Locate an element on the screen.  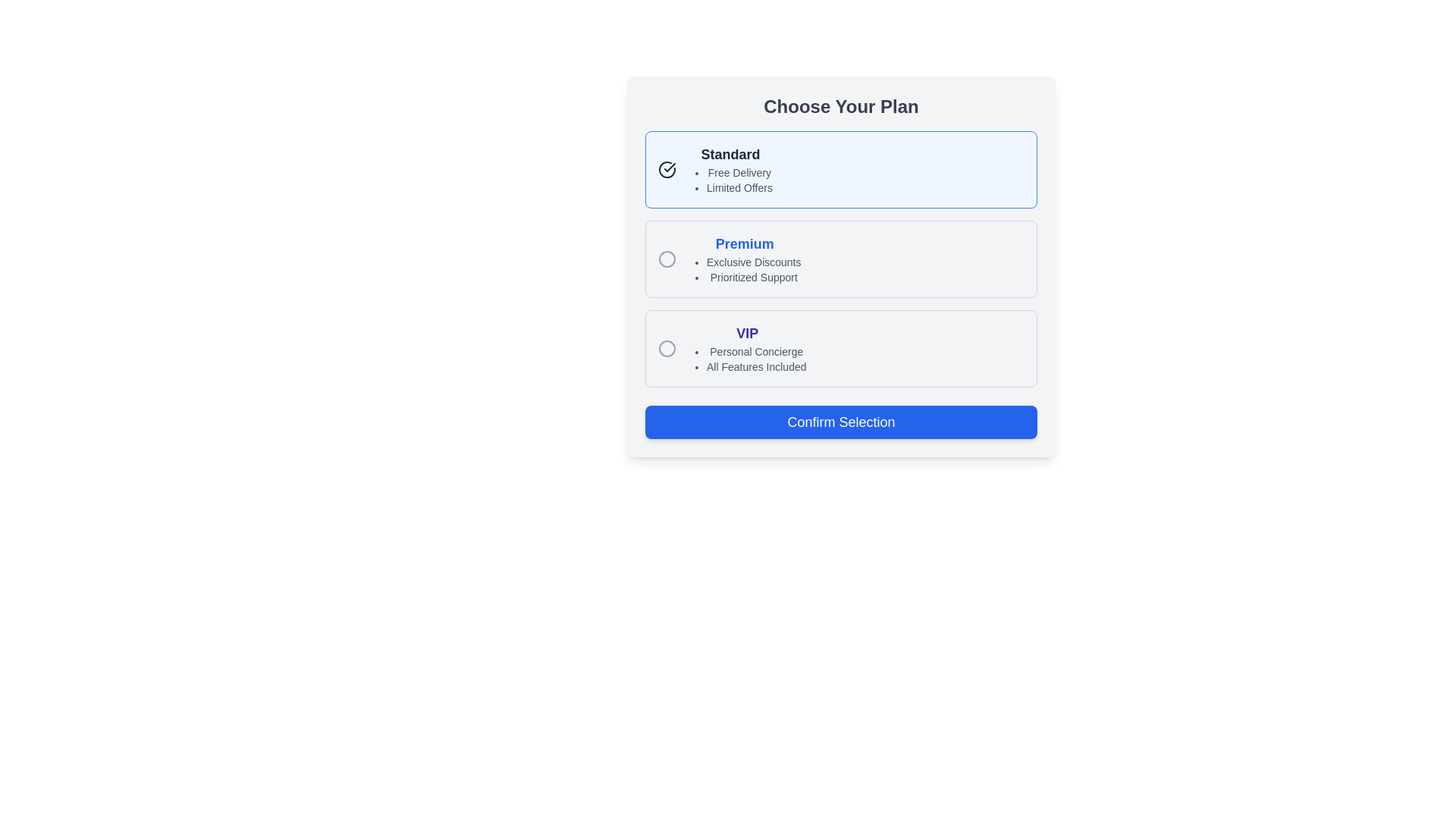
the Circular icon with an unfilled outline located within the 'VIP' option card in the 'Choose Your Plan' section, which is represented by an SVG element with class attributes related to 'lucide-circle' is located at coordinates (667, 348).